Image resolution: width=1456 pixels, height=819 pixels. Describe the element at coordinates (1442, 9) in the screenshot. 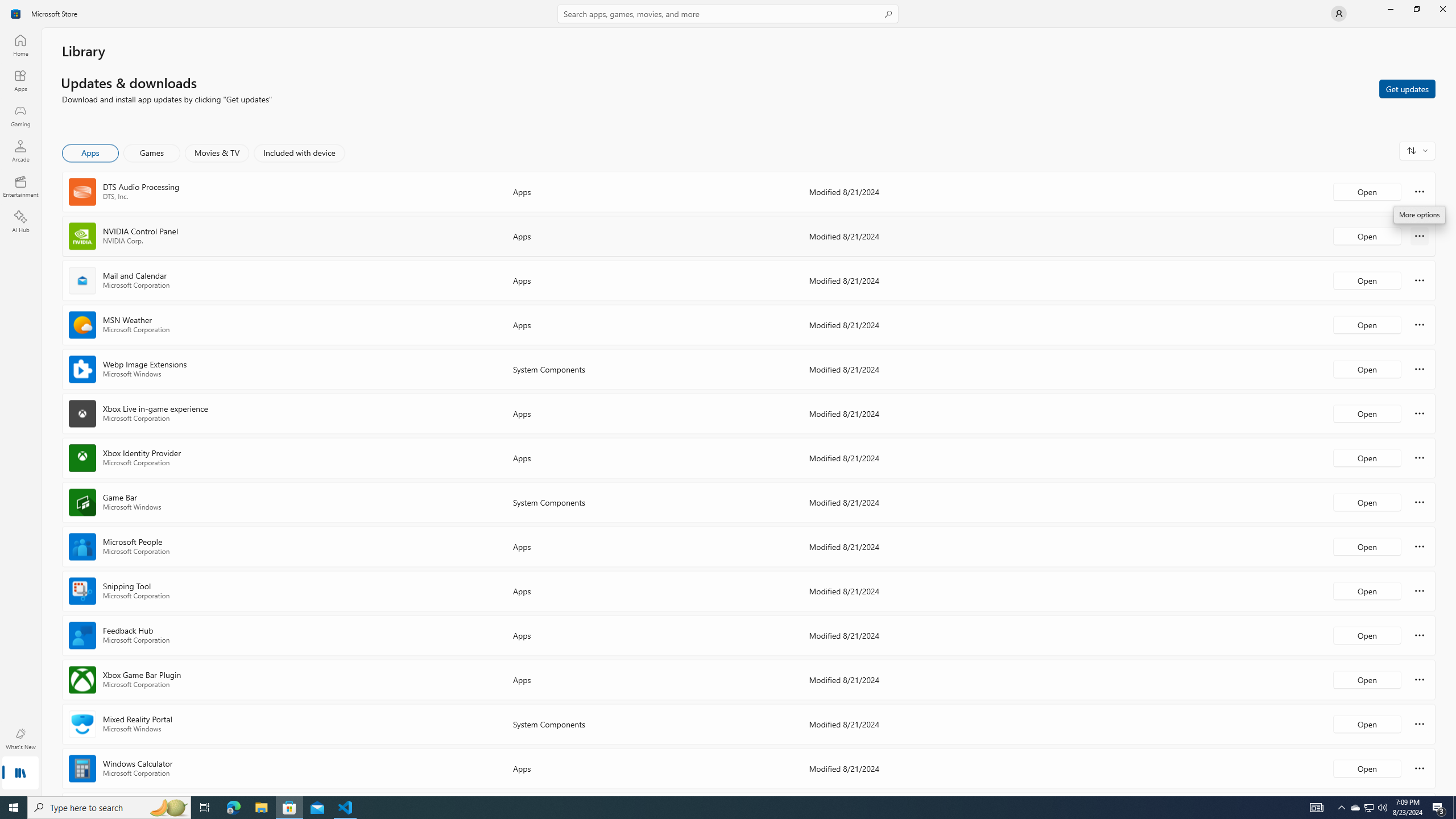

I see `'Close Microsoft Store'` at that location.